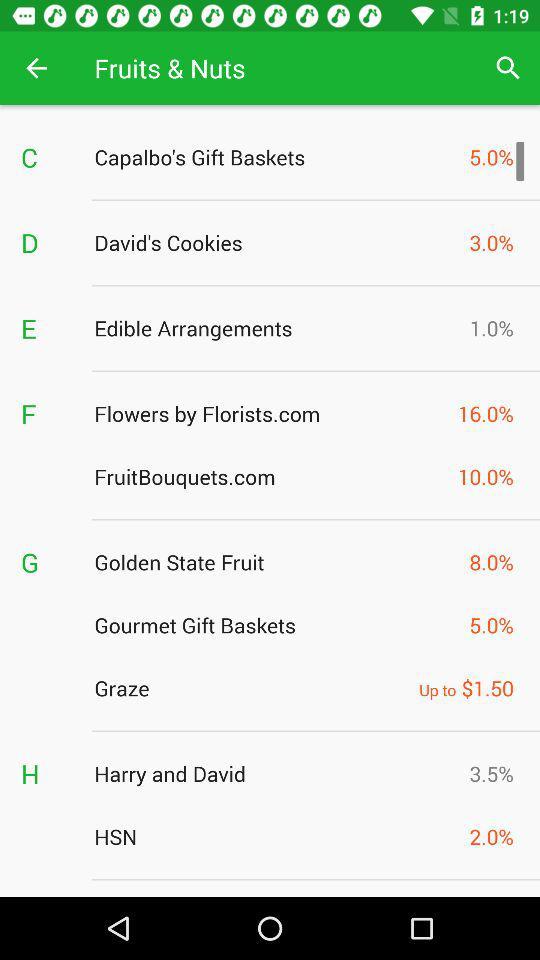 Image resolution: width=540 pixels, height=960 pixels. What do you see at coordinates (36, 68) in the screenshot?
I see `app next to the fruits & nuts app` at bounding box center [36, 68].